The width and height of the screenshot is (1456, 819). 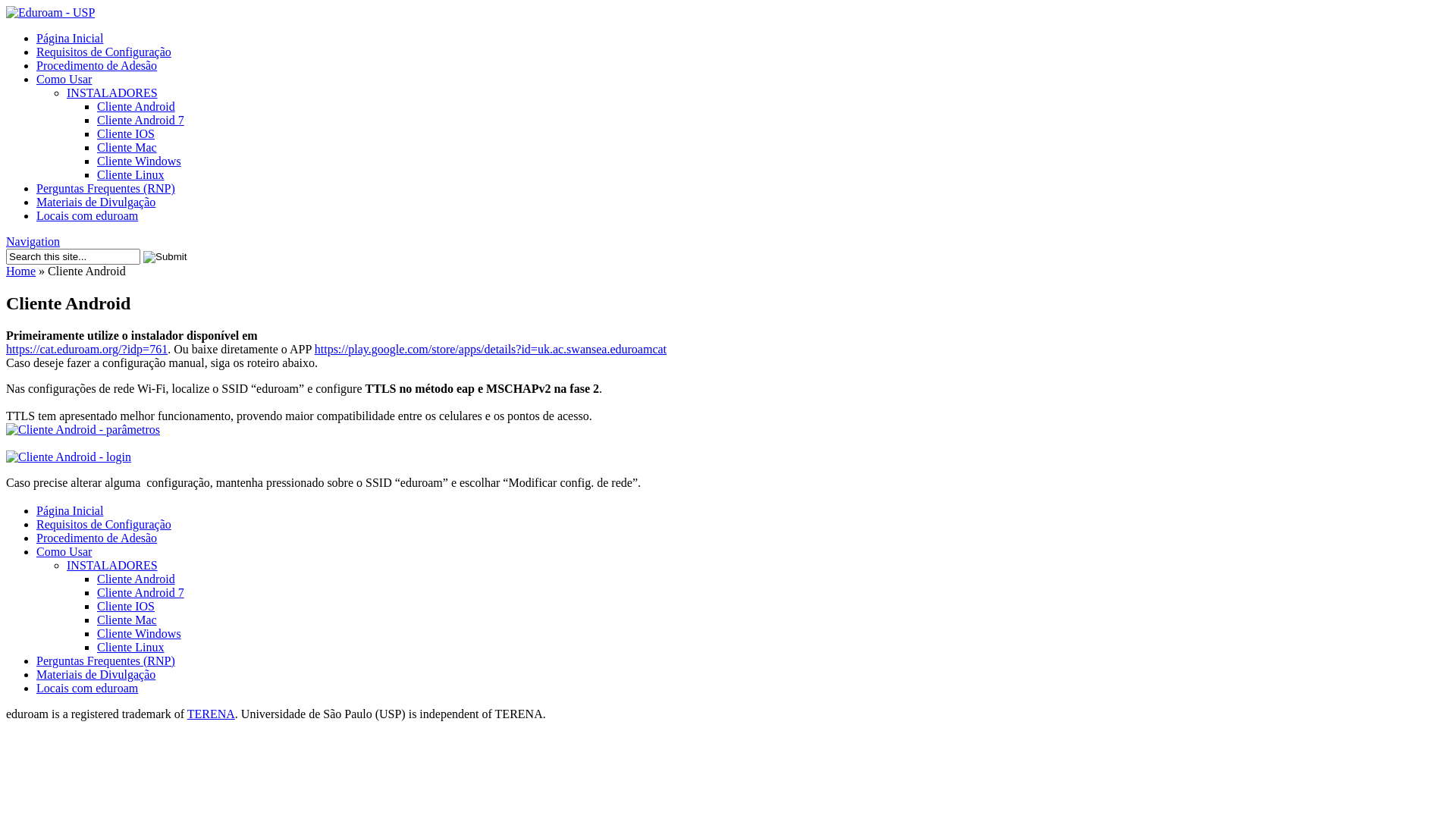 What do you see at coordinates (139, 161) in the screenshot?
I see `'Cliente Windows'` at bounding box center [139, 161].